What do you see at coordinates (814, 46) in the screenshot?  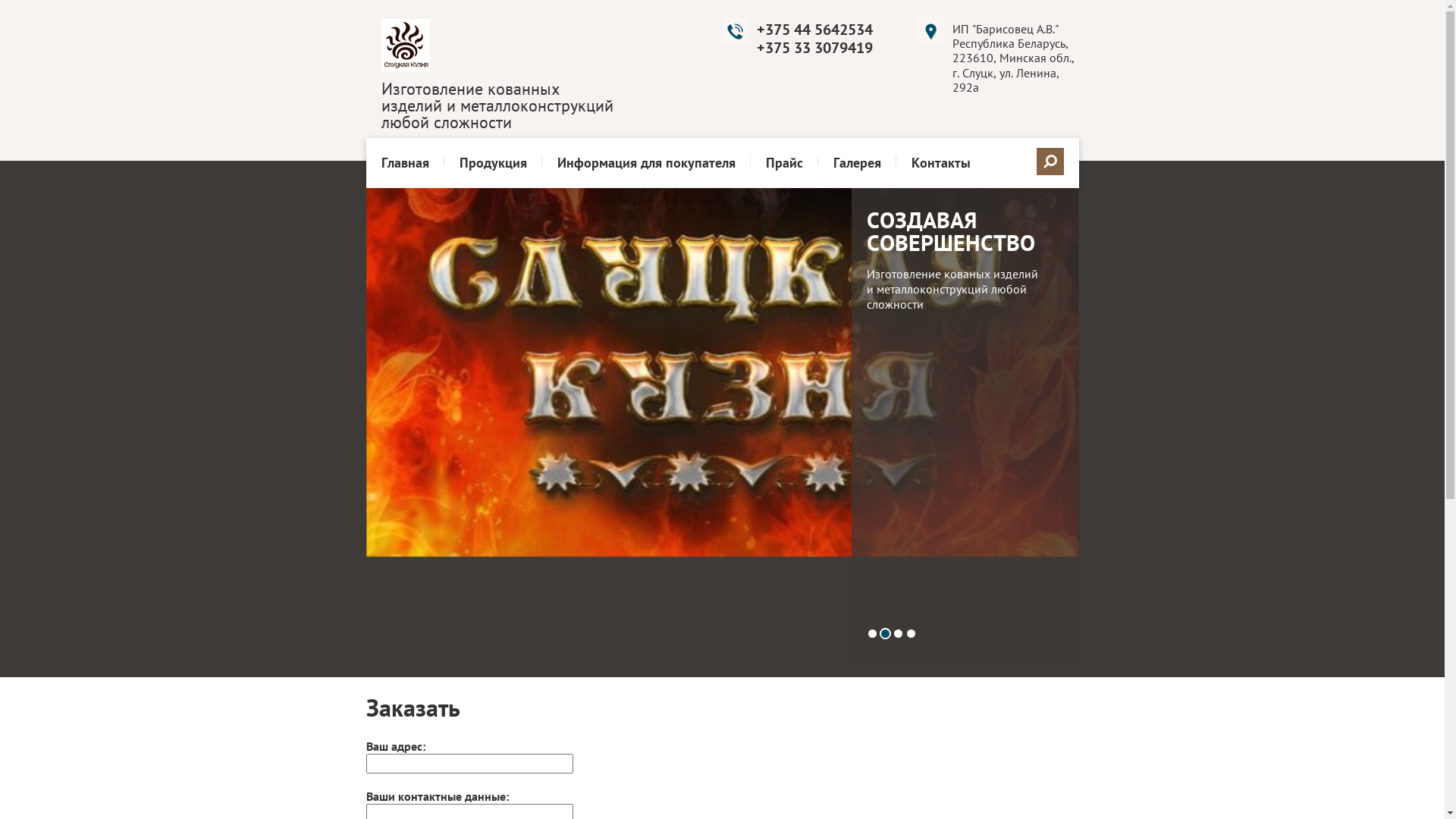 I see `'+375 33 3079419'` at bounding box center [814, 46].